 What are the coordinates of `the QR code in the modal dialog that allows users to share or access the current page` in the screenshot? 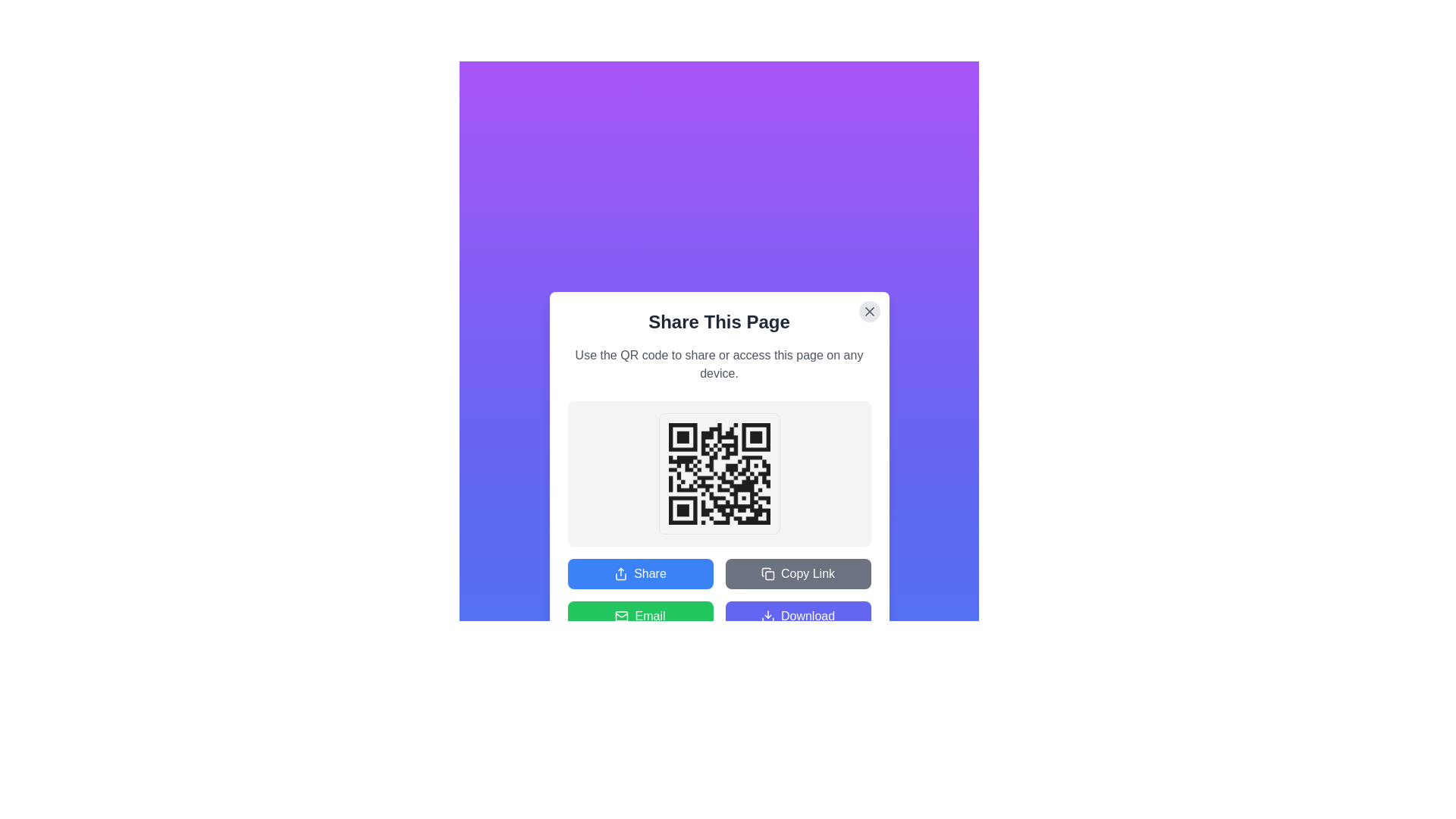 It's located at (718, 470).